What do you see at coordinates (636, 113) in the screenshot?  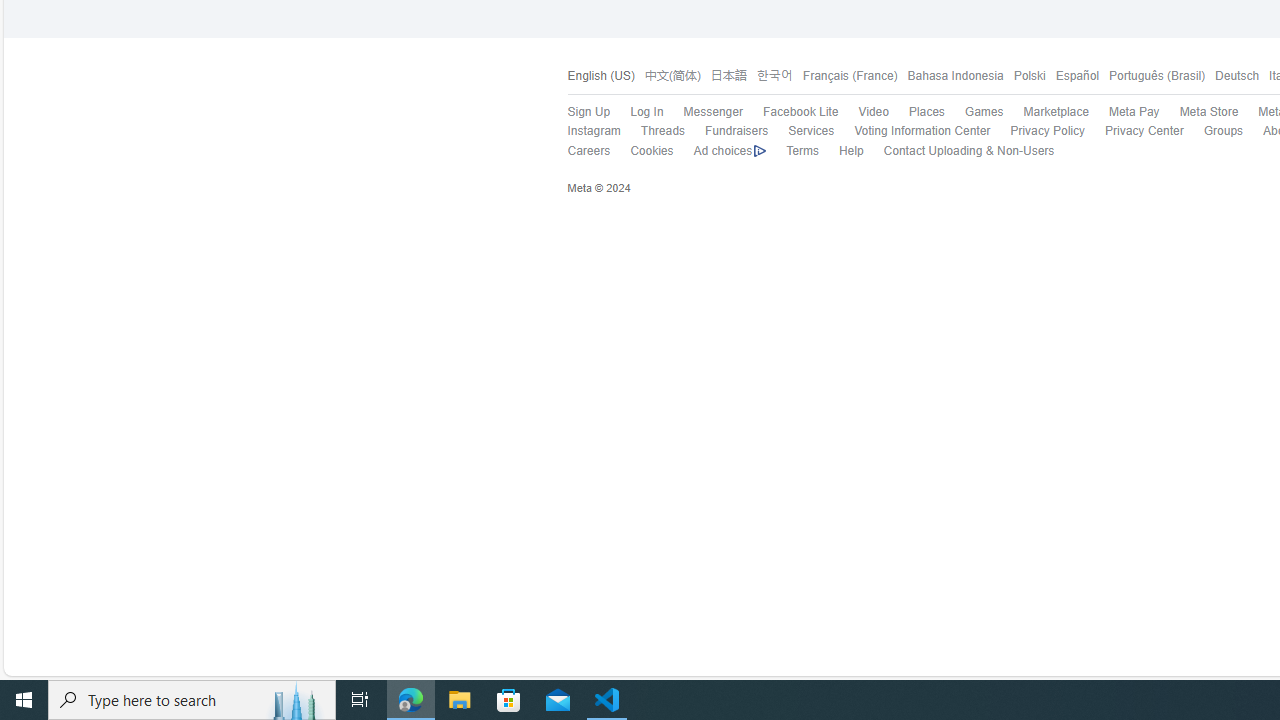 I see `'Log In'` at bounding box center [636, 113].